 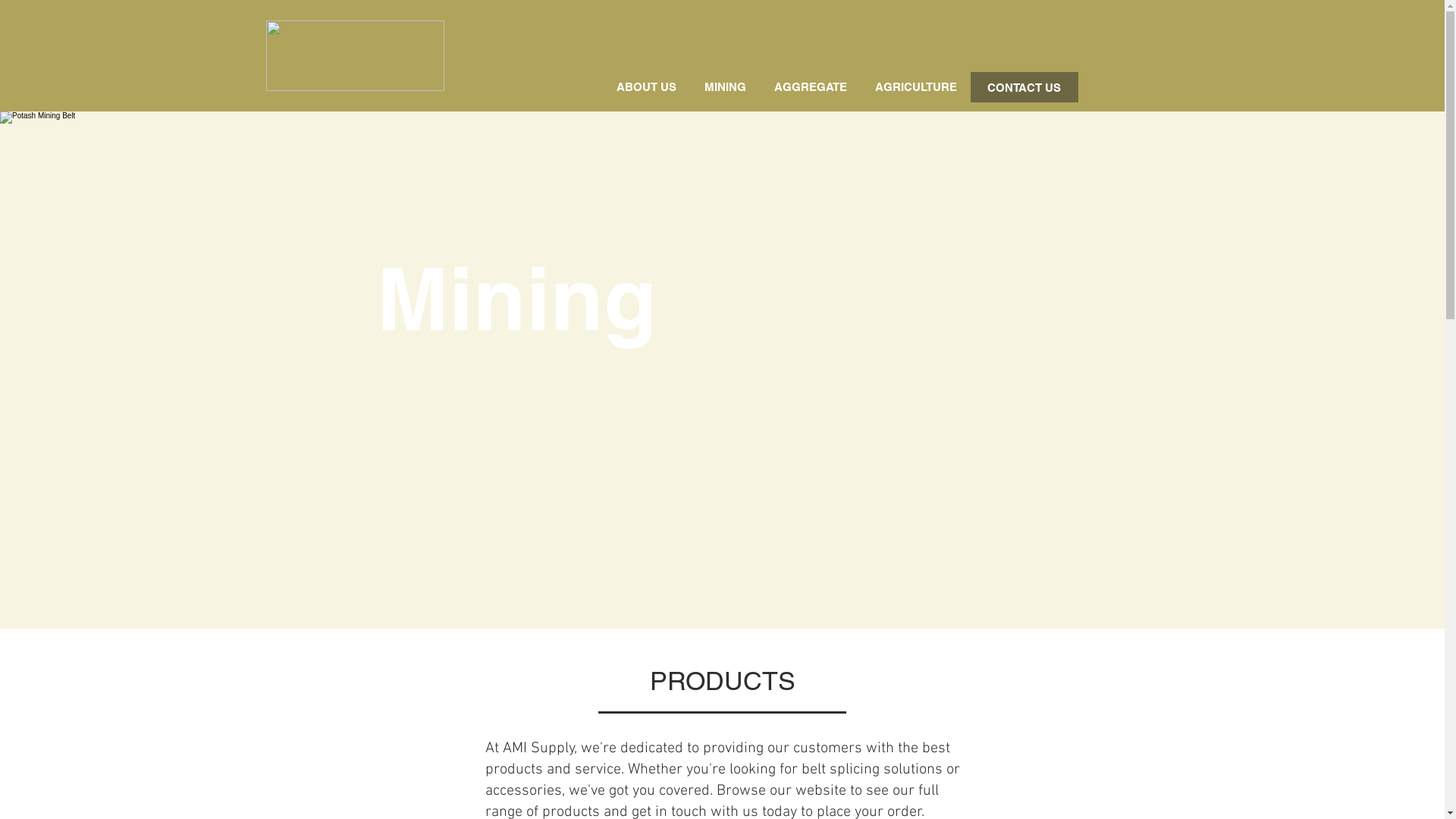 What do you see at coordinates (861, 87) in the screenshot?
I see `'AGRICULTURE'` at bounding box center [861, 87].